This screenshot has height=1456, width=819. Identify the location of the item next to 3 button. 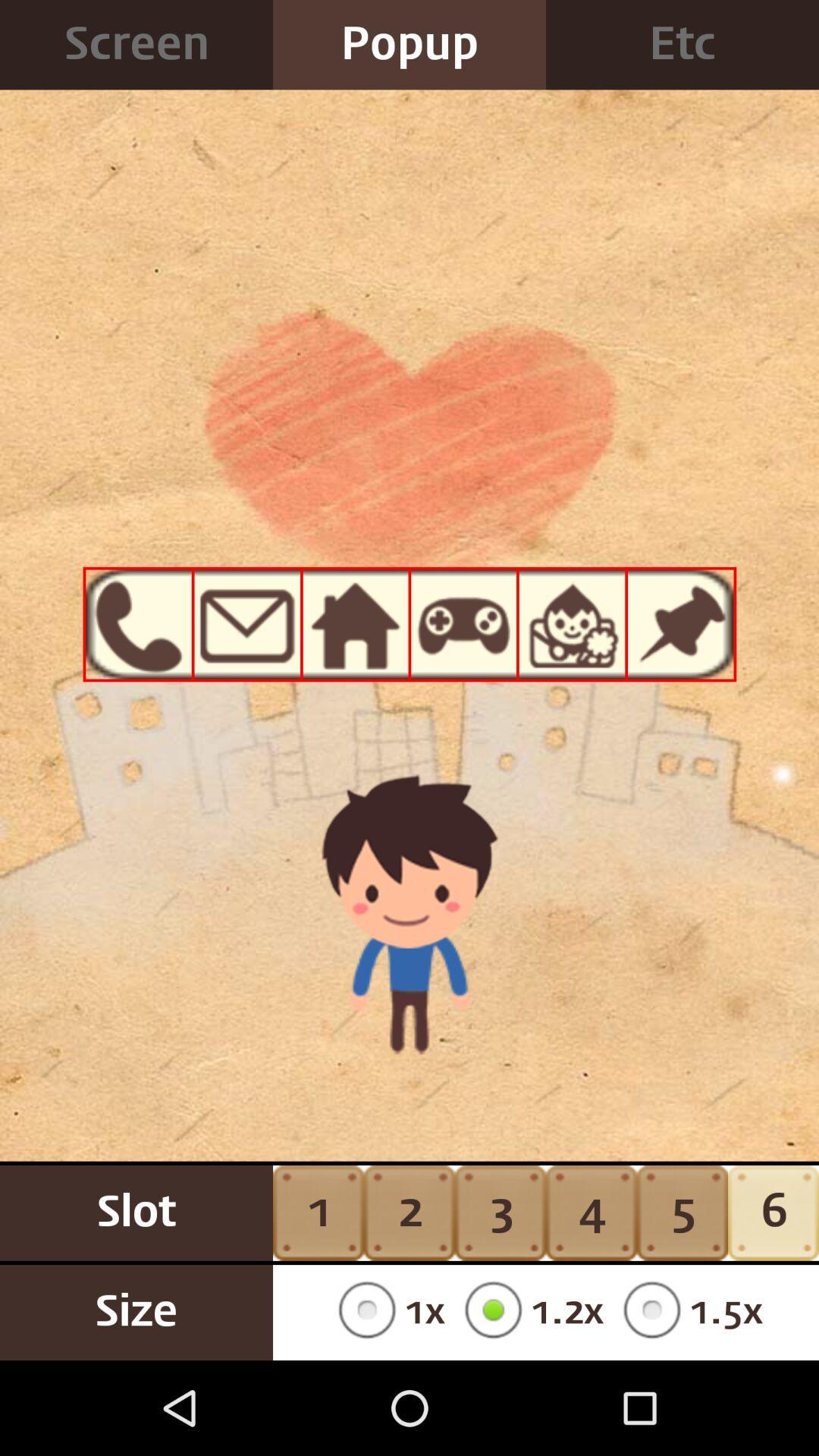
(385, 1312).